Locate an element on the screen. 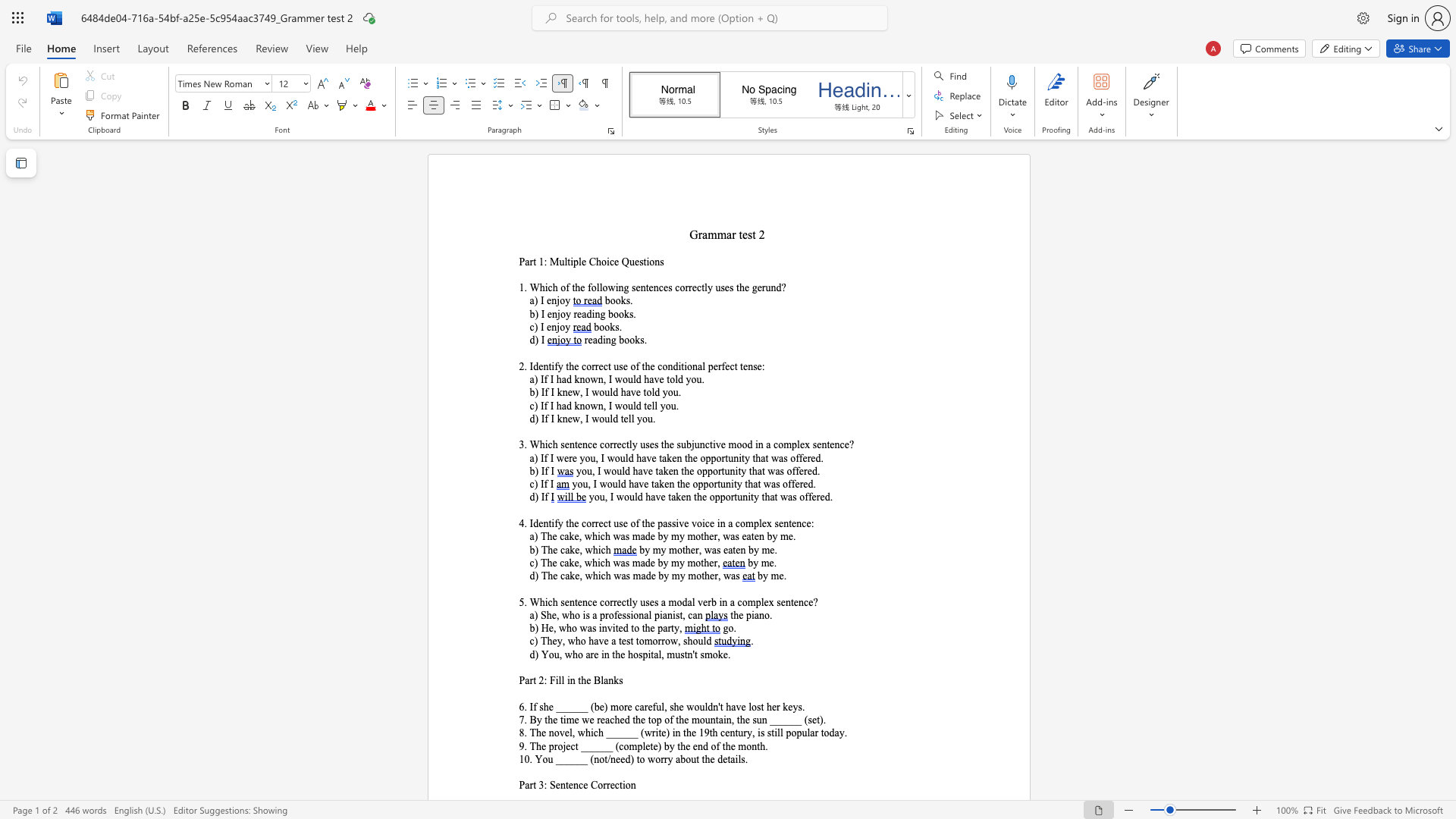 The width and height of the screenshot is (1456, 819). the subset text "ed to th" within the text "b) He, who was invited to the party," is located at coordinates (618, 628).